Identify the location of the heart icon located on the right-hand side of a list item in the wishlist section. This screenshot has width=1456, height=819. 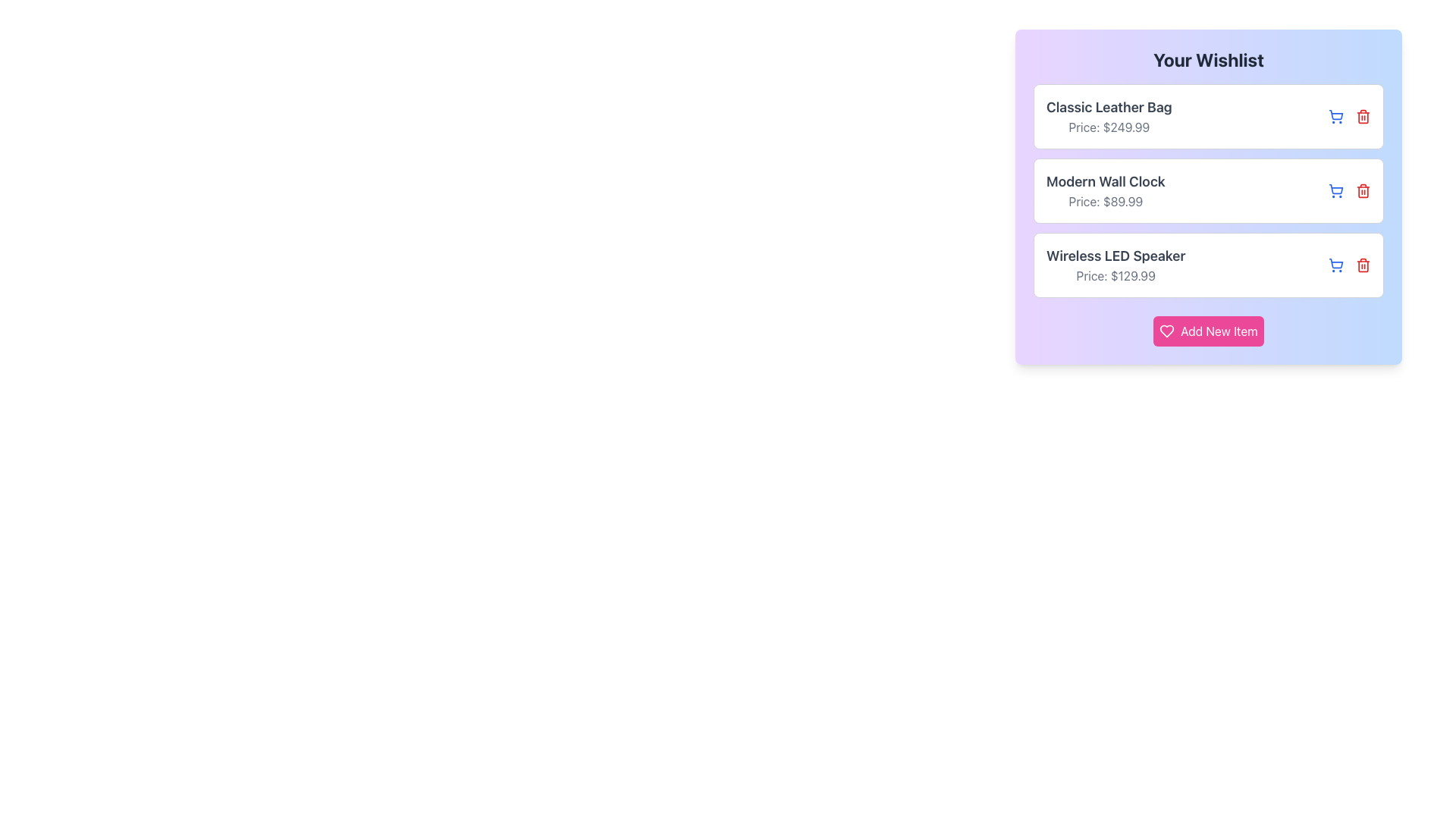
(1166, 330).